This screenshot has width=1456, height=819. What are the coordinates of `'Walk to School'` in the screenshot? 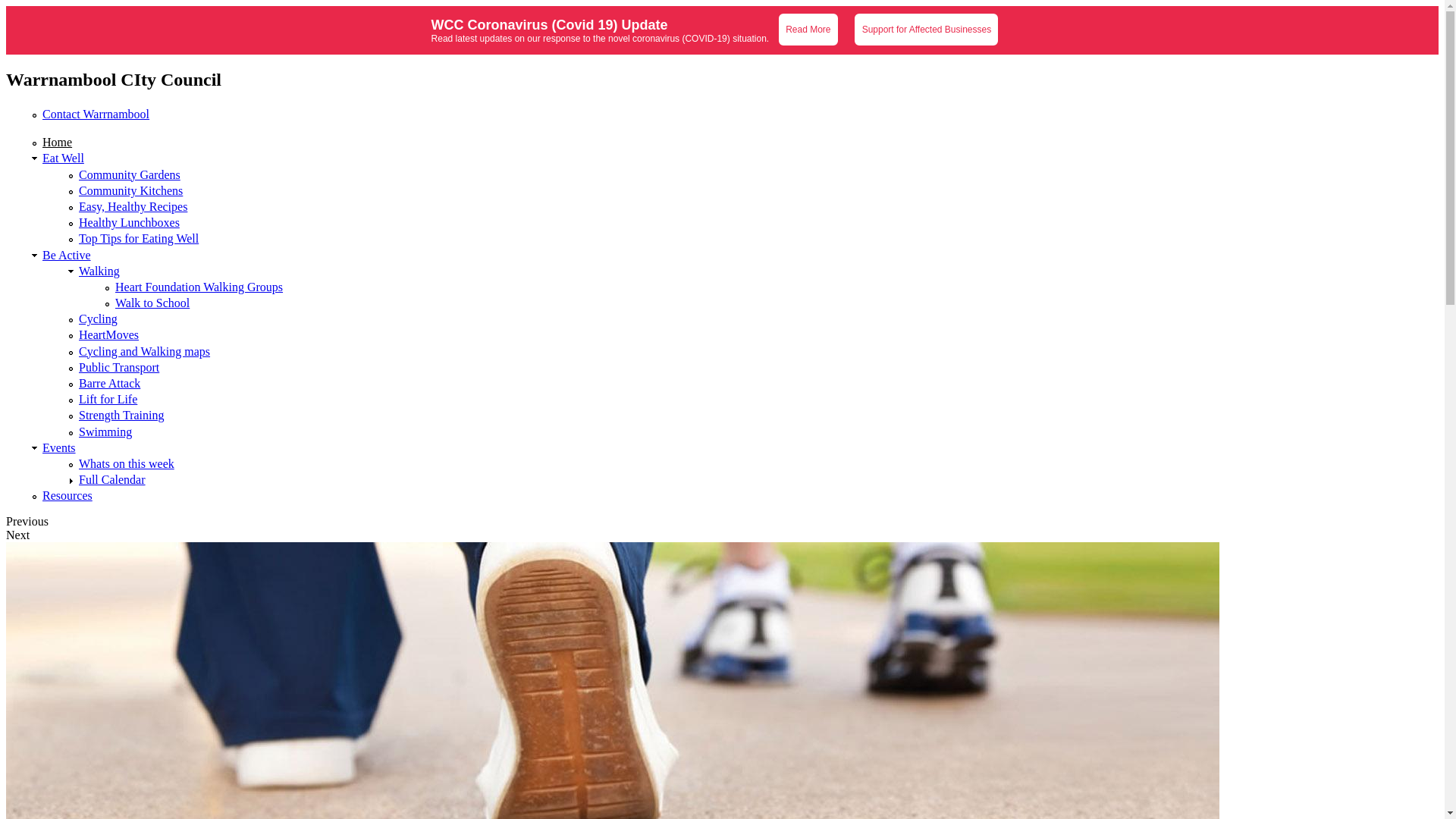 It's located at (115, 303).